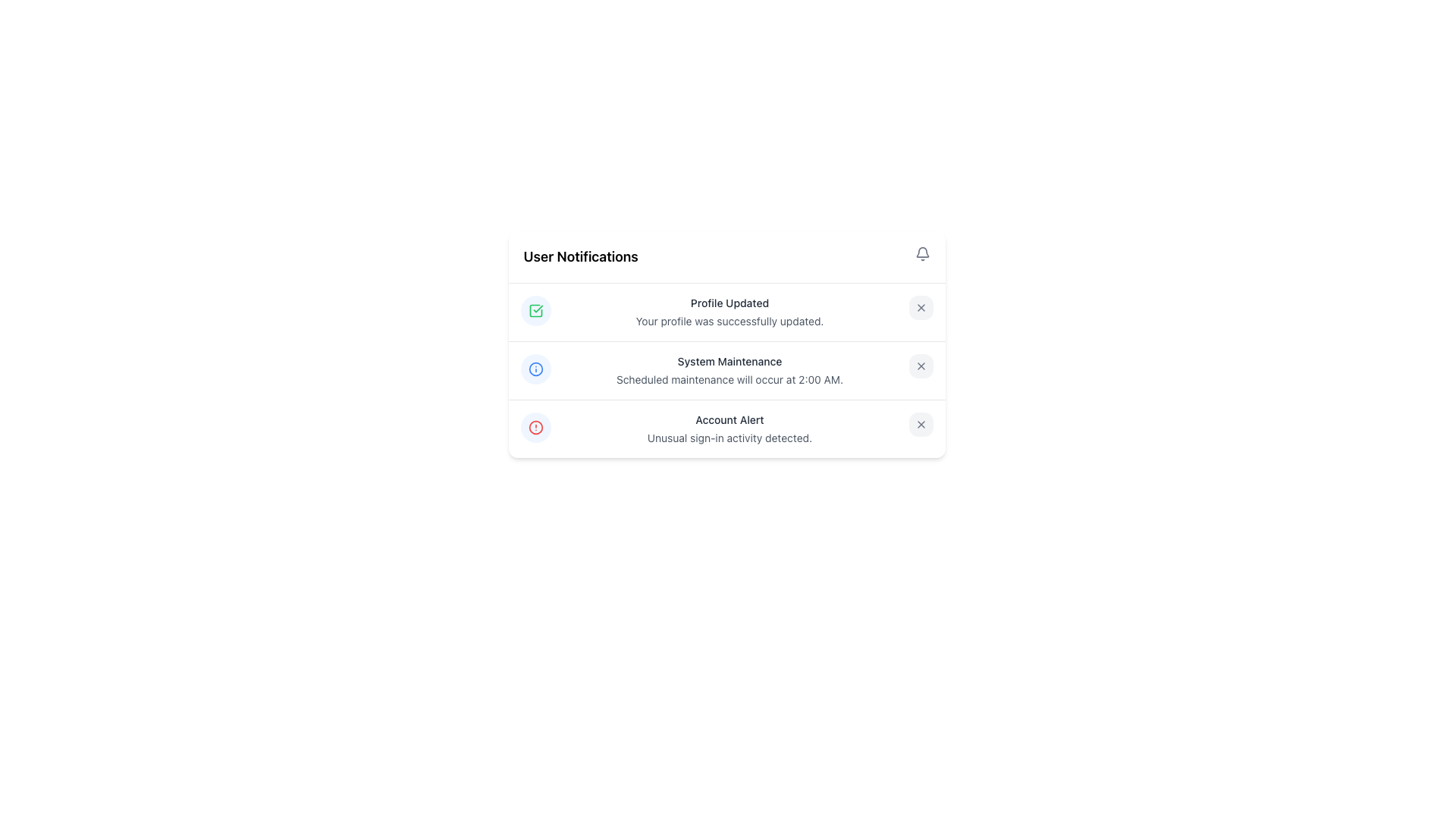 The image size is (1456, 819). What do you see at coordinates (730, 312) in the screenshot?
I see `text content of the first informational text block in the notification list, which confirms the success of a profile update` at bounding box center [730, 312].